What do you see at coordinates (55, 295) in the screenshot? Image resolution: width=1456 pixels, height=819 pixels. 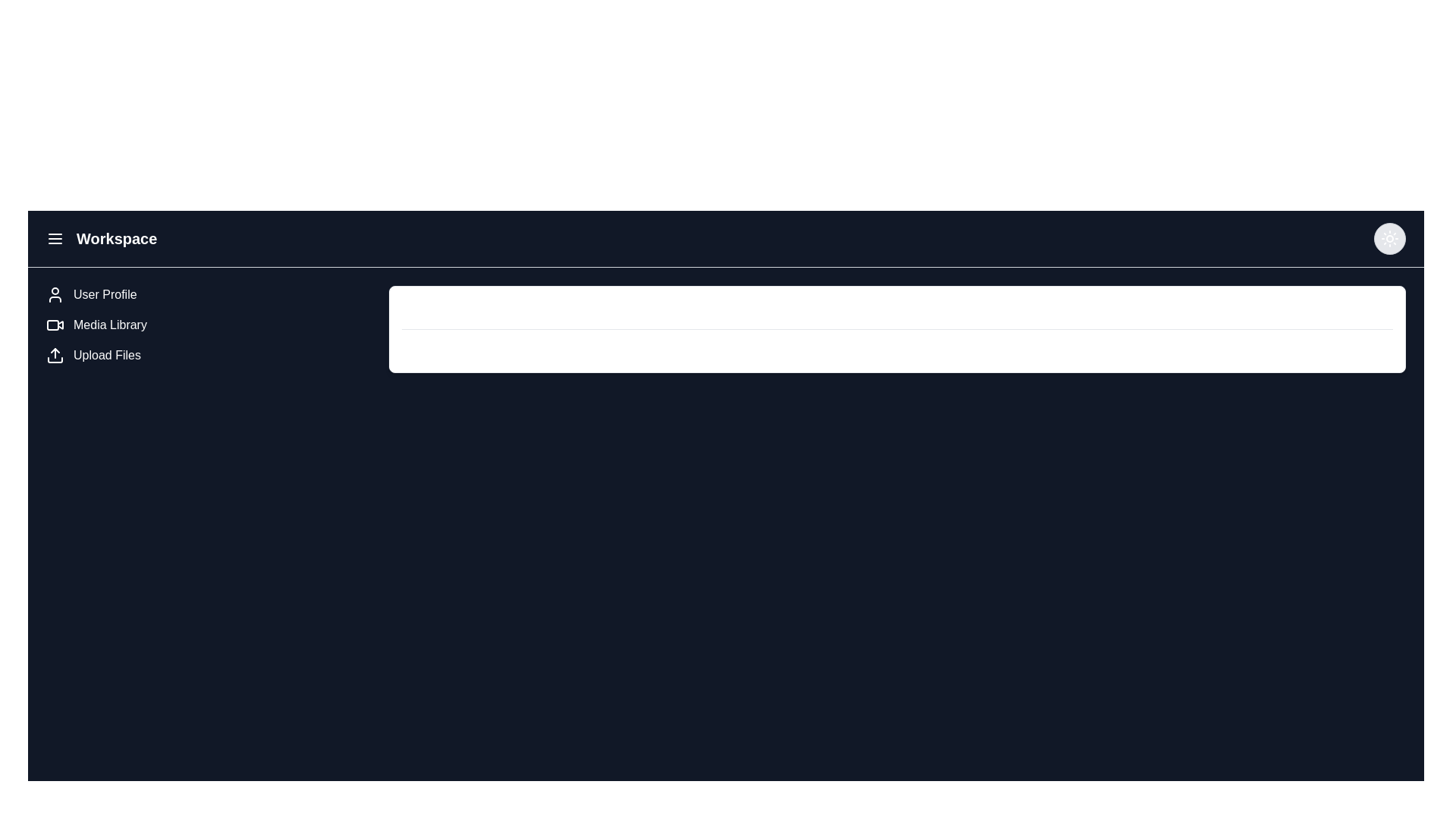 I see `the user profile icon located in the left sidebar, which resembles a user silhouette and is the first element in the menu list` at bounding box center [55, 295].